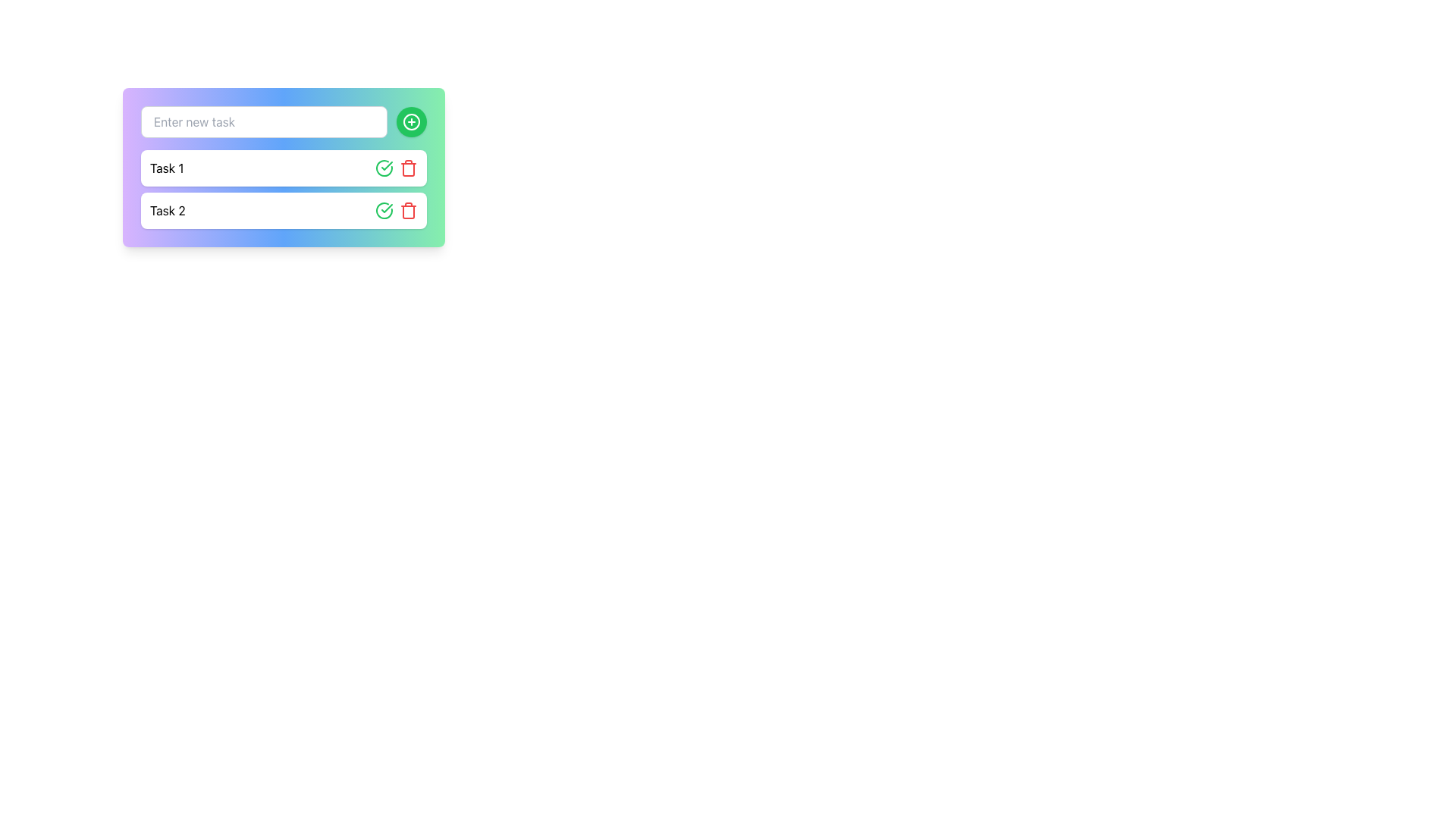  What do you see at coordinates (384, 210) in the screenshot?
I see `the green circular button with a checkmark to mark 'Task 1' as completed` at bounding box center [384, 210].